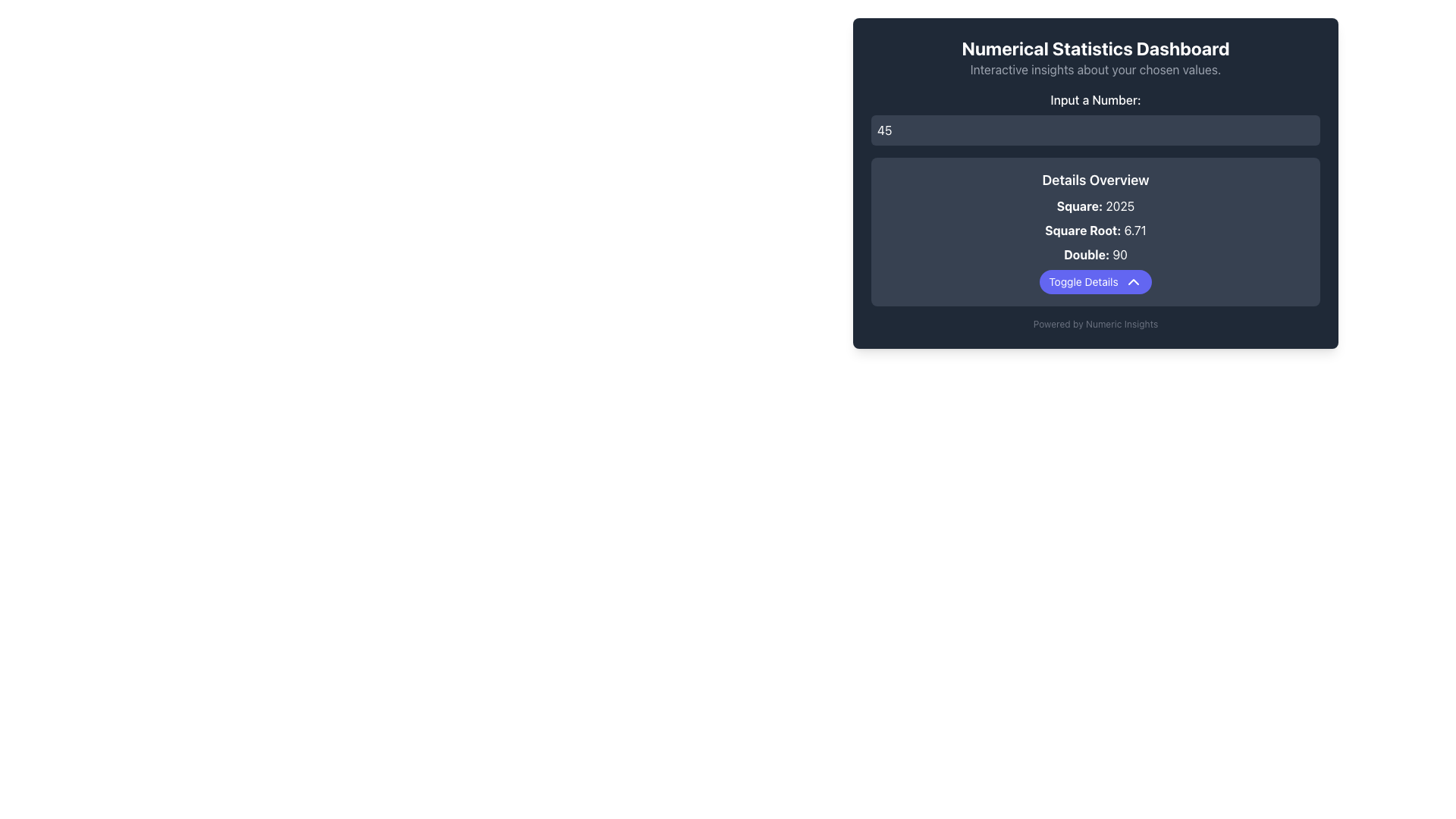 This screenshot has height=819, width=1456. I want to click on the text label displaying 'Square Root:' with white text on a dark background, located in the 'Details Overview' section, so click(1082, 231).